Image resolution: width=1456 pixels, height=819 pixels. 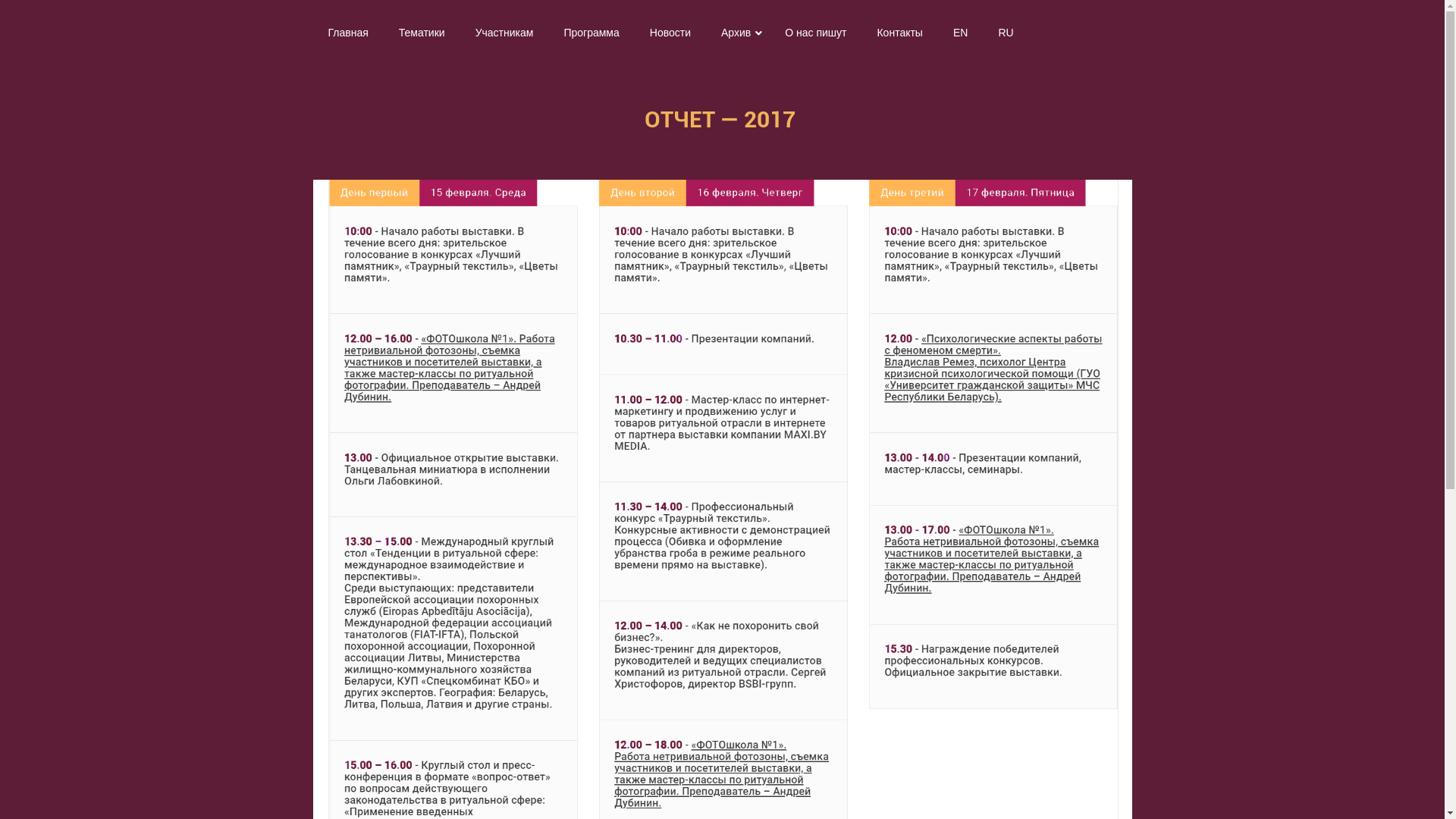 I want to click on 'EN', so click(x=937, y=32).